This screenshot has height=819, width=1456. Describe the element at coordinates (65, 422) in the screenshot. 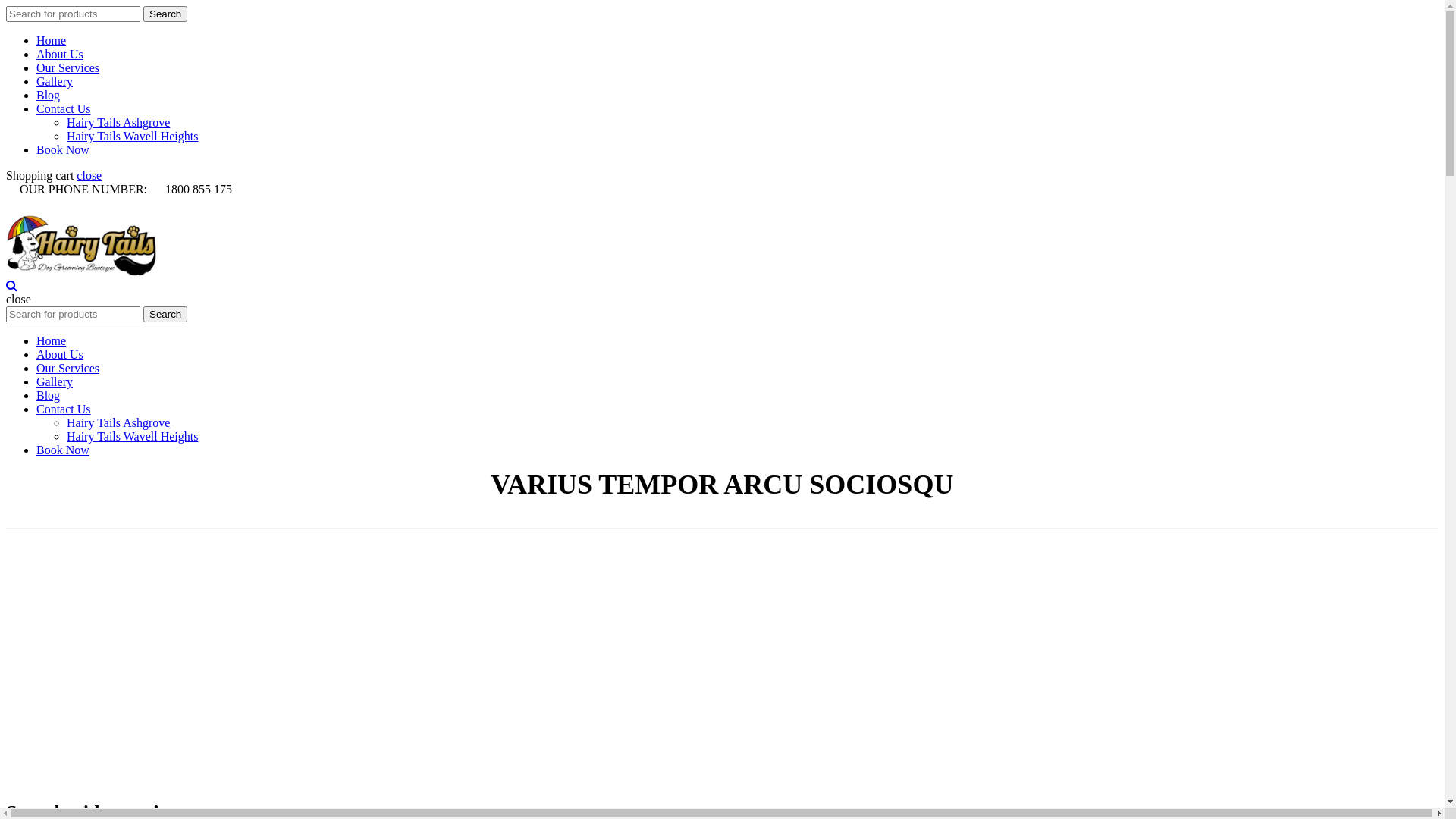

I see `'Hairy Tails Ashgrove'` at that location.